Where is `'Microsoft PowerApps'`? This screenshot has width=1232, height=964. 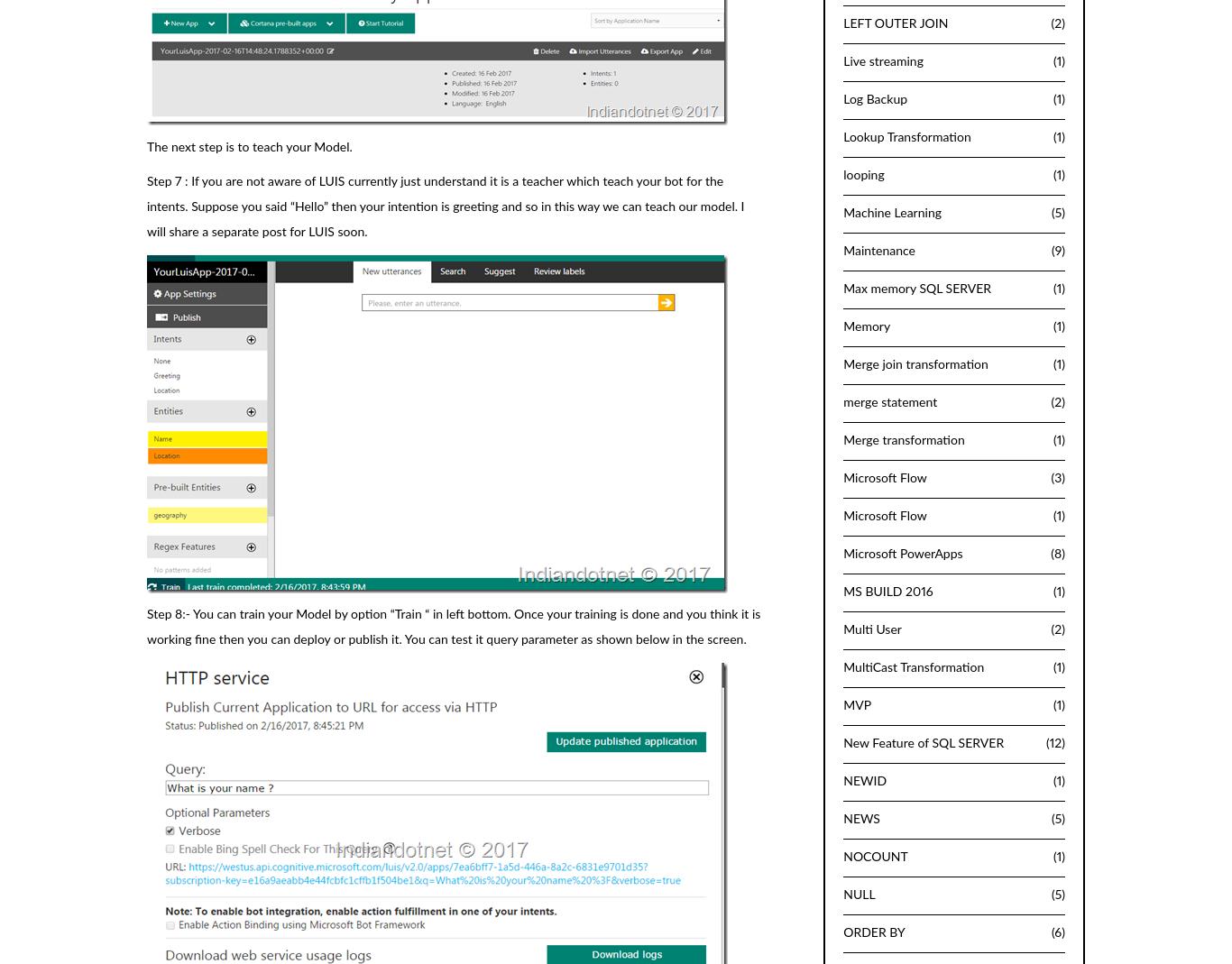
'Microsoft PowerApps' is located at coordinates (843, 554).